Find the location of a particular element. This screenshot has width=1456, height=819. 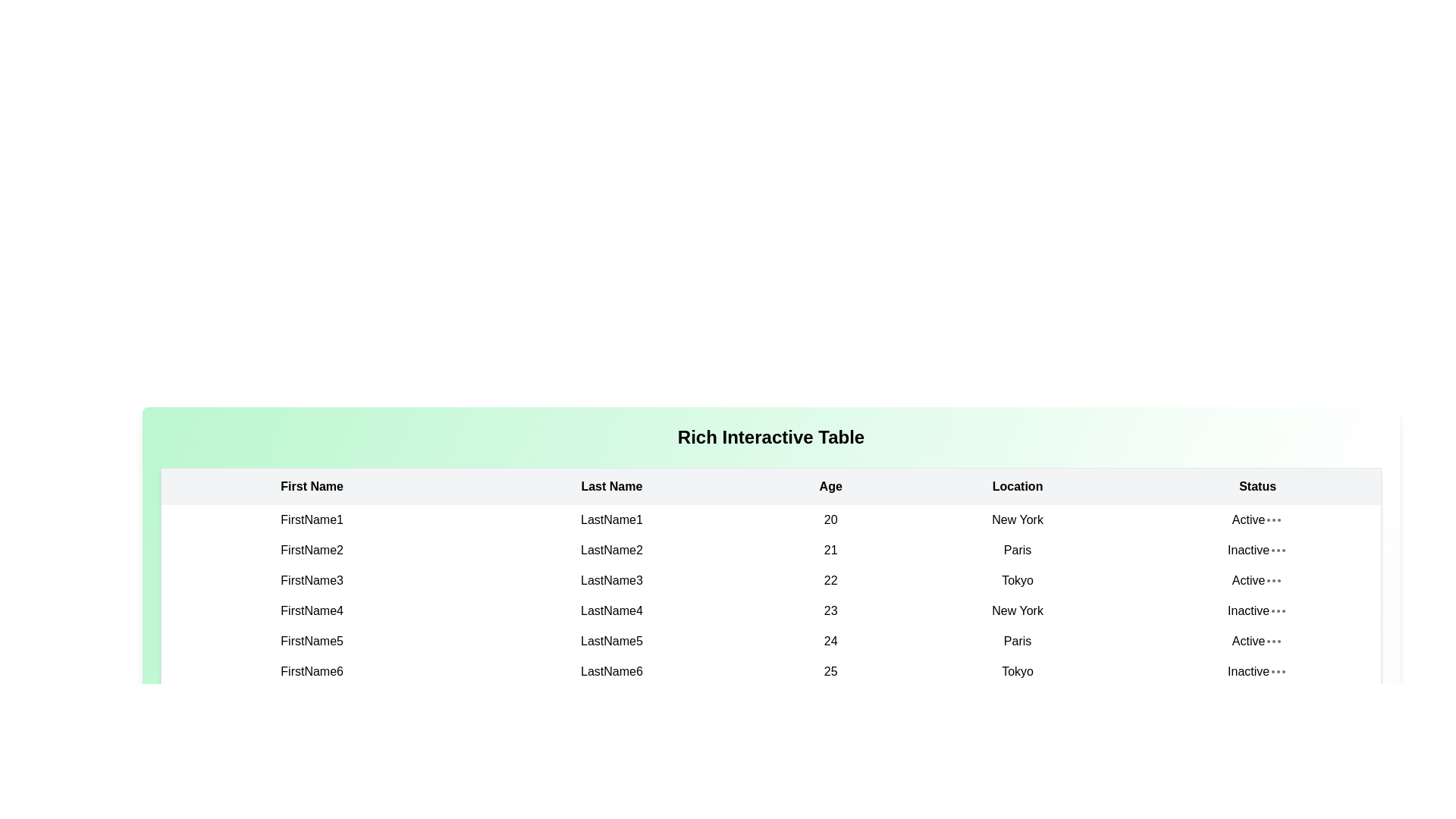

the table area to focus it for keyboard interactions is located at coordinates (771, 535).